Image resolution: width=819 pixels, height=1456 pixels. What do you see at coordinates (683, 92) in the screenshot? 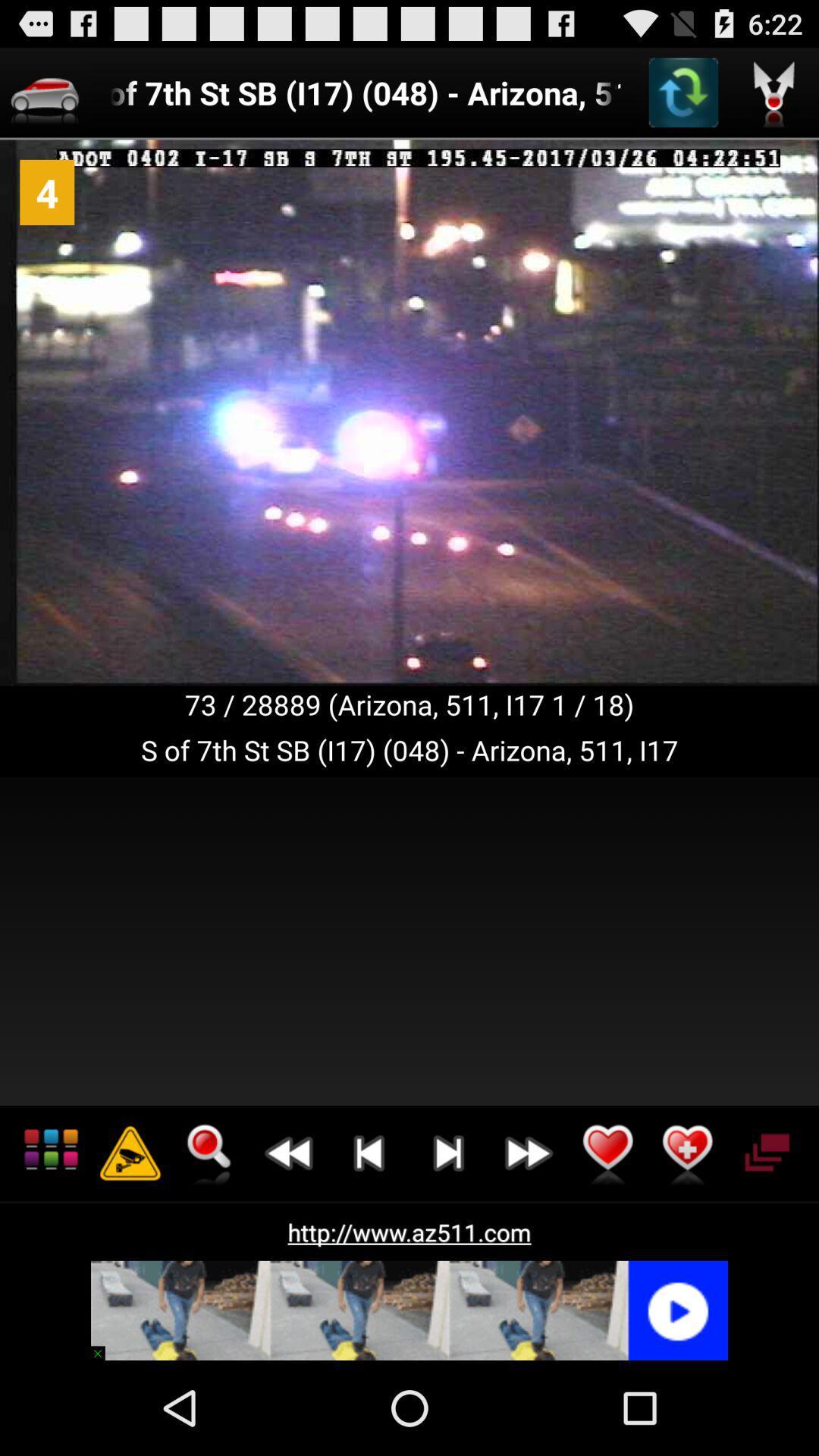
I see `refresh` at bounding box center [683, 92].